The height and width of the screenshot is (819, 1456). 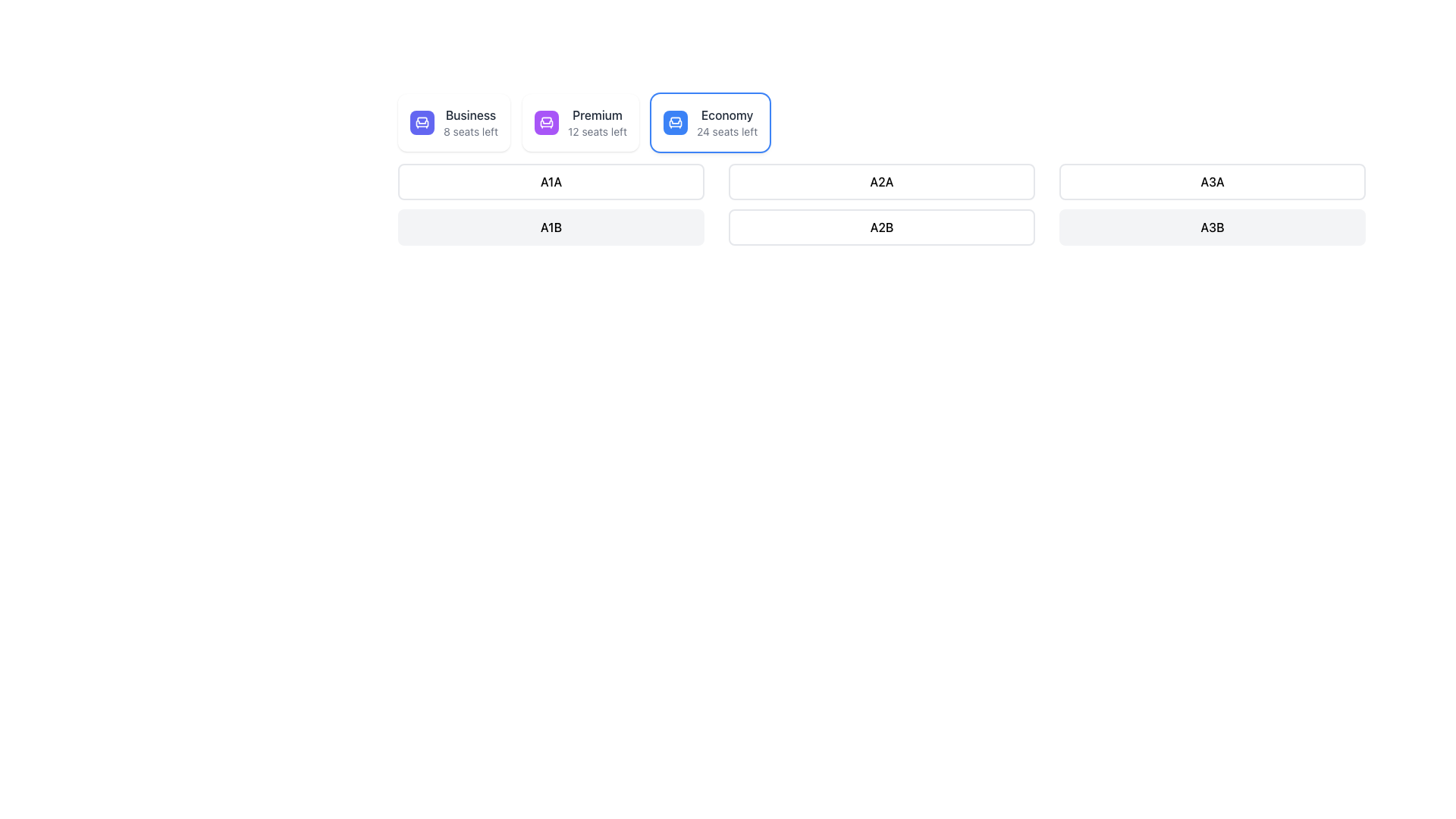 What do you see at coordinates (881, 180) in the screenshot?
I see `the rectangular button labeled 'A2A' with a white background and light gray rounded border, located in the top row of the layout, to the right of button 'A1A'` at bounding box center [881, 180].